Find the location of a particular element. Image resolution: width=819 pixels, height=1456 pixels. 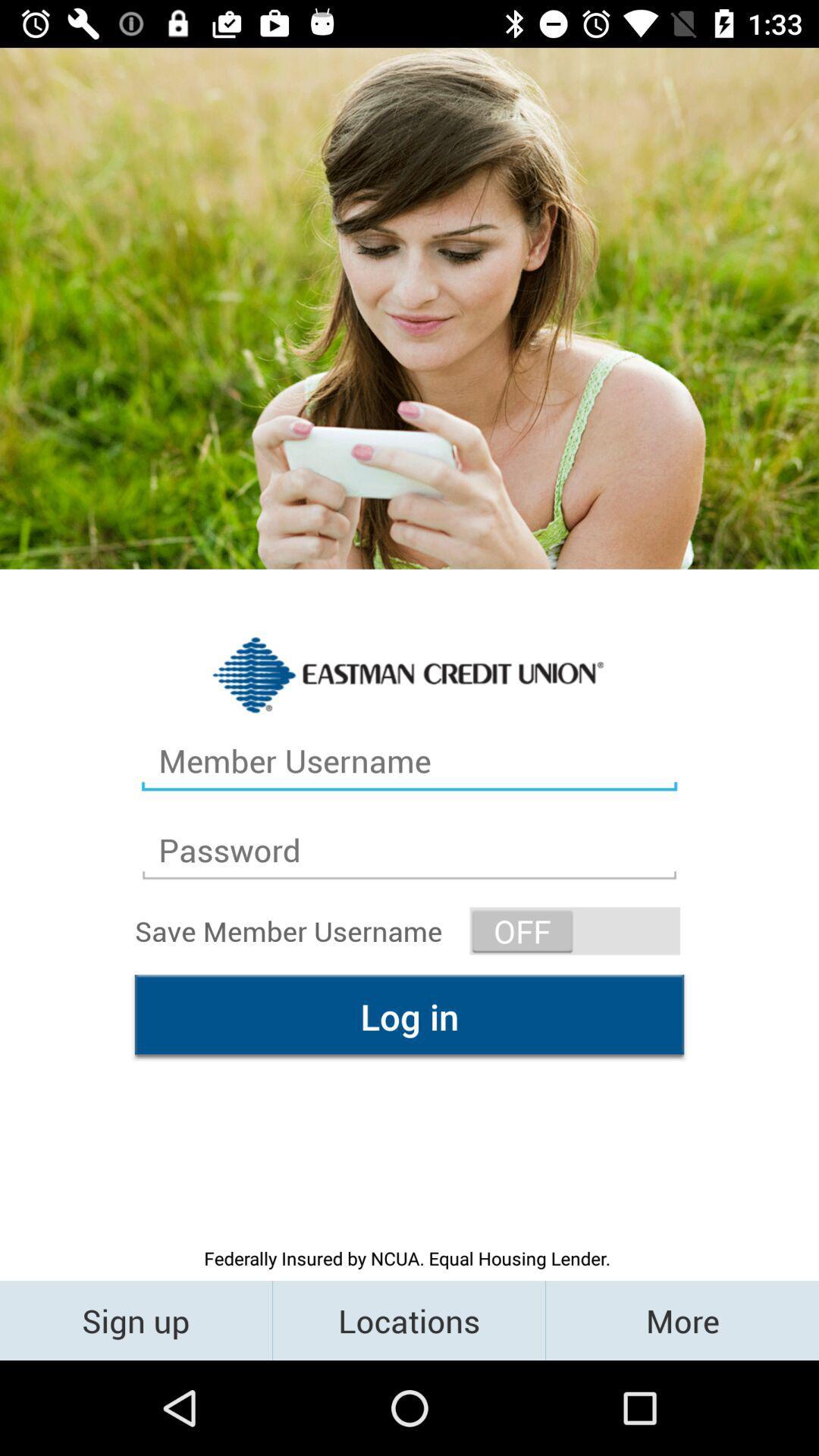

item above log in item is located at coordinates (575, 930).